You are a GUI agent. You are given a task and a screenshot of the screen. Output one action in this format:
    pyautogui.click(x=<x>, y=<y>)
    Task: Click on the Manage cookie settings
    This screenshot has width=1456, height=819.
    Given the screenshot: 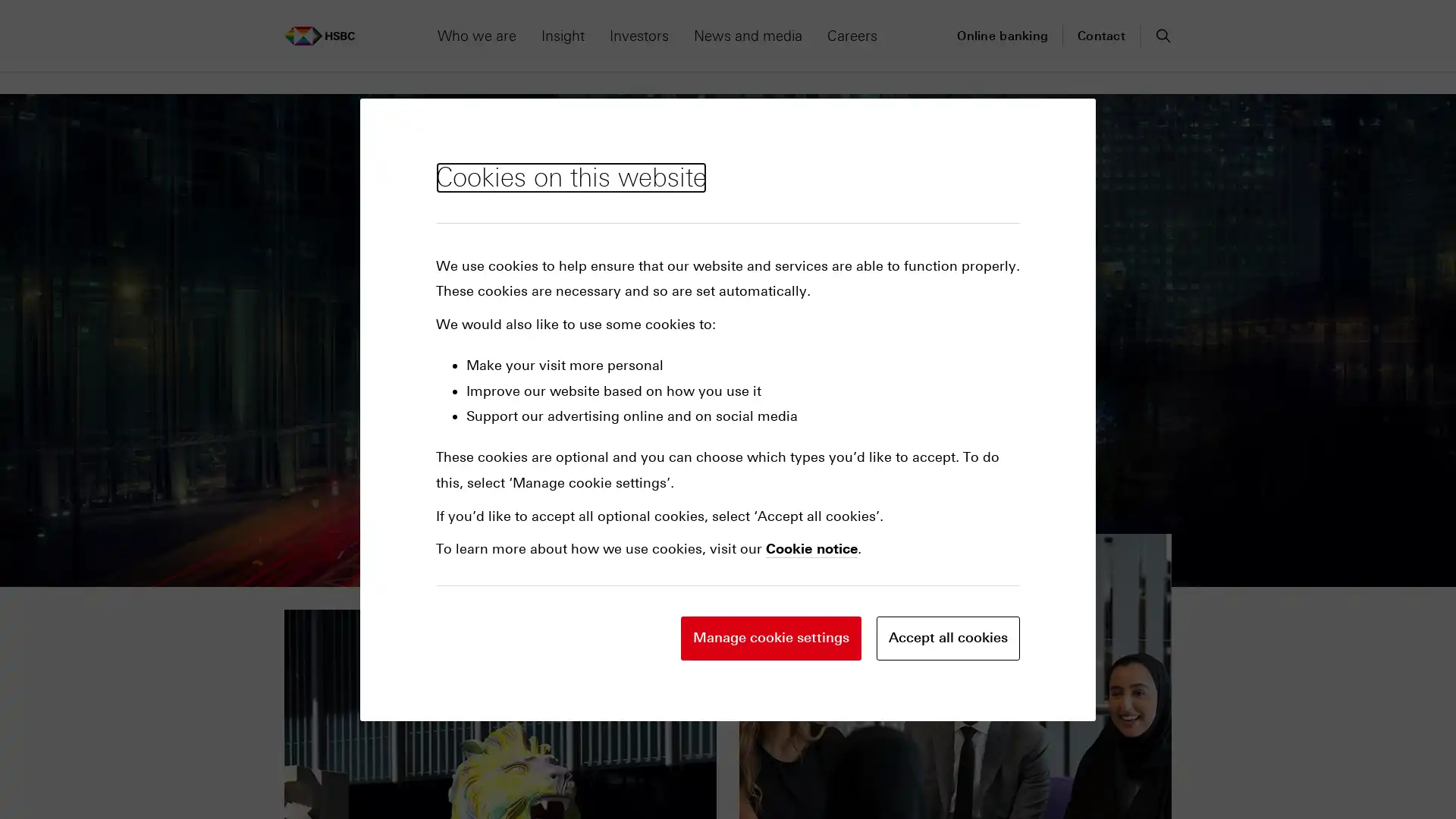 What is the action you would take?
    pyautogui.click(x=771, y=638)
    